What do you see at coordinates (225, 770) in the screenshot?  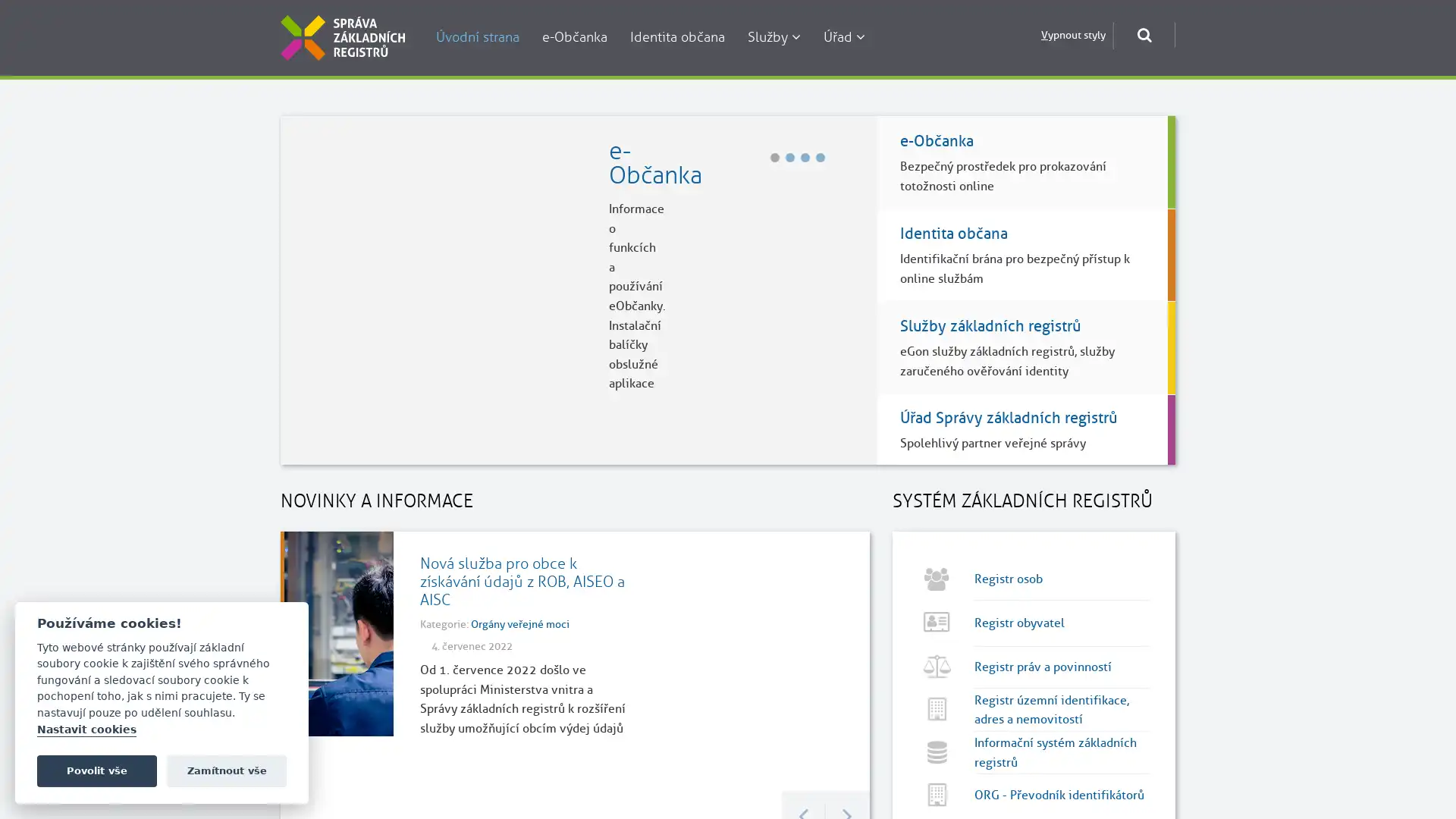 I see `Zamitnout vse` at bounding box center [225, 770].